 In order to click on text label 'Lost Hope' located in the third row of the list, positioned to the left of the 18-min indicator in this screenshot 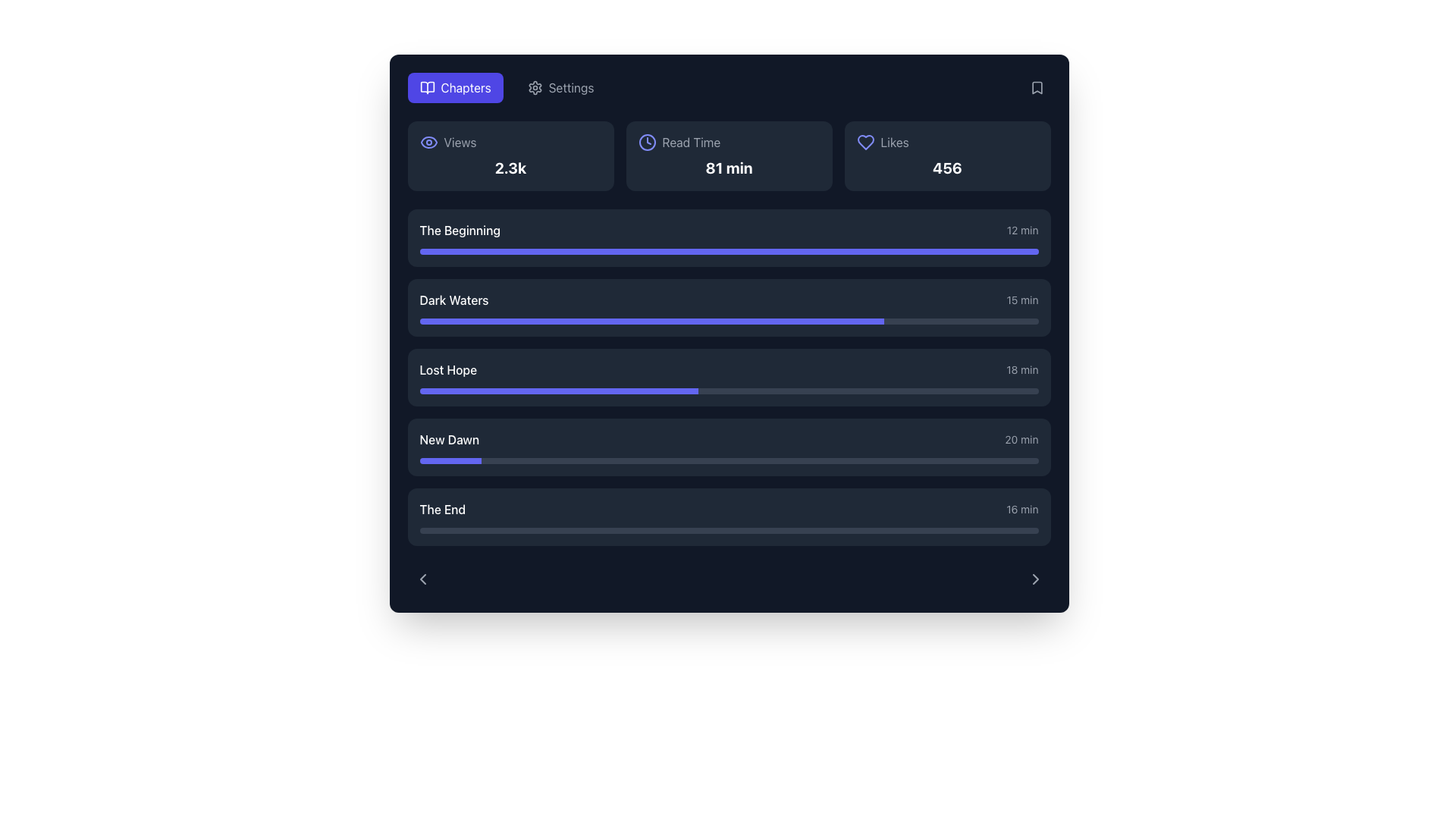, I will do `click(447, 370)`.